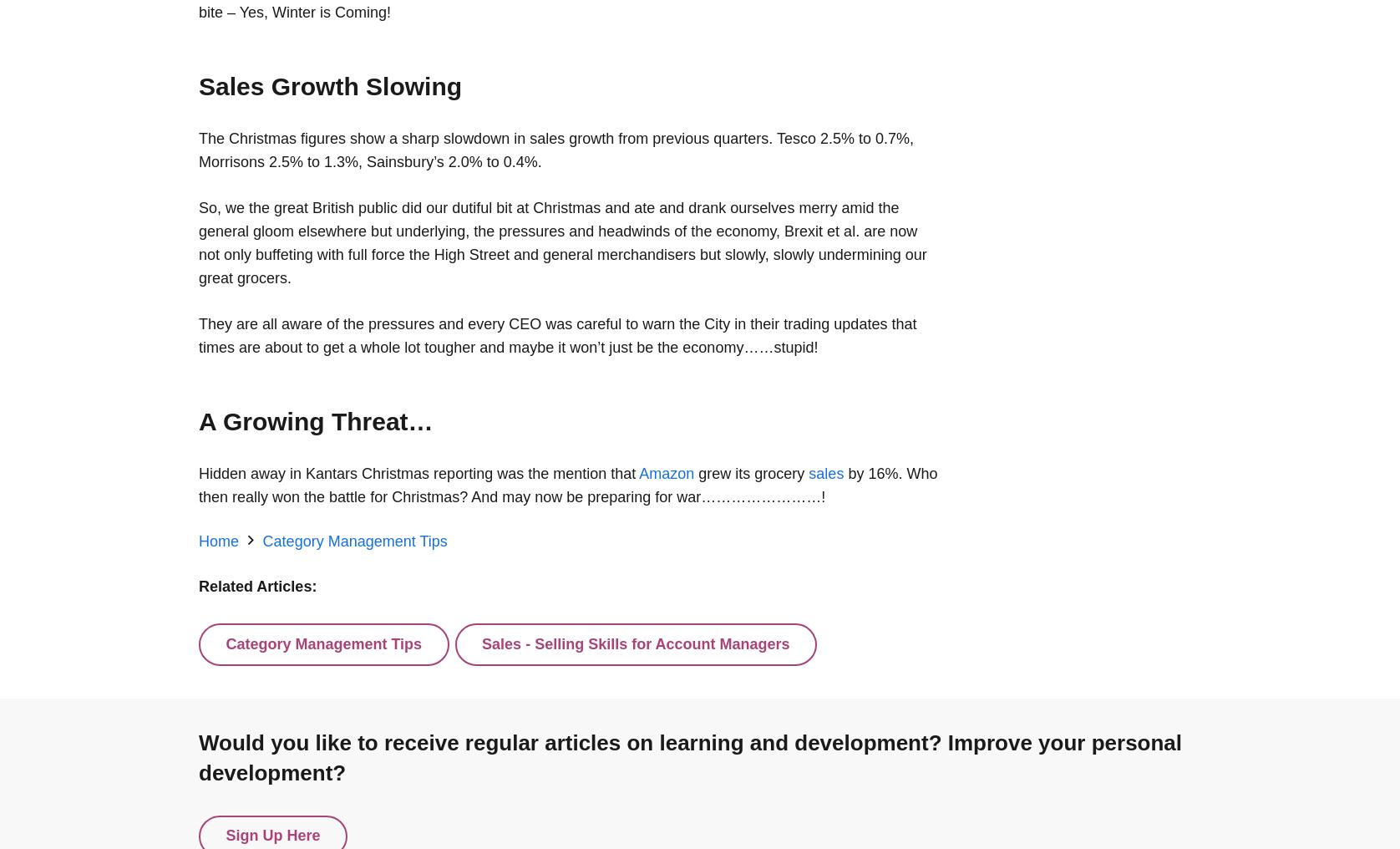 The image size is (1400, 849). What do you see at coordinates (556, 334) in the screenshot?
I see `'They are all aware of the pressures and every CEO was careful to warn the City in their trading updates that times are about to get a whole lot tougher and maybe it won’t just be the economy……stupid!'` at bounding box center [556, 334].